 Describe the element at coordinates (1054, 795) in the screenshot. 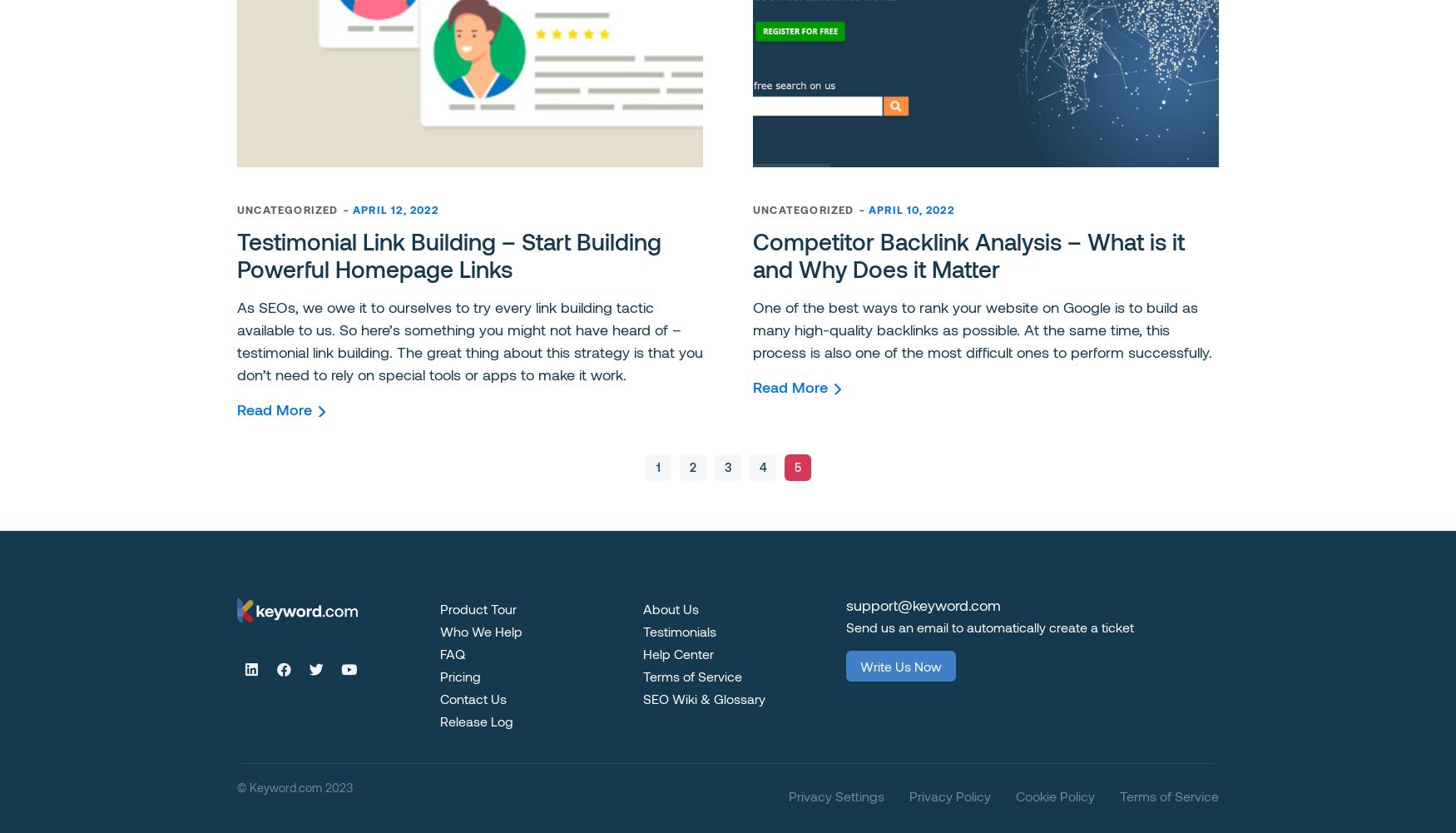

I see `'Cookie Policy'` at that location.